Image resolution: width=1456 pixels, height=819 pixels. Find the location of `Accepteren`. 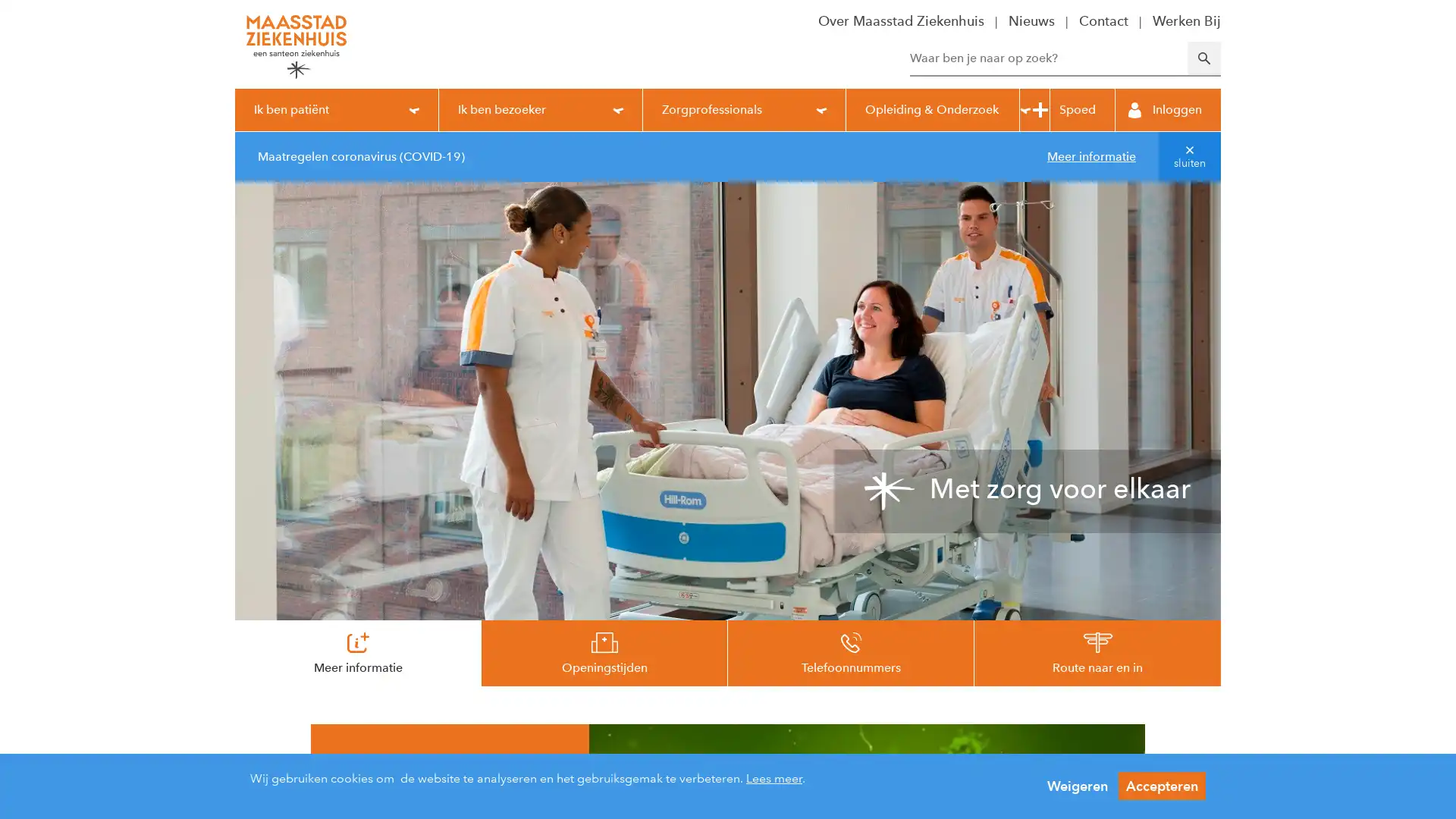

Accepteren is located at coordinates (1161, 785).